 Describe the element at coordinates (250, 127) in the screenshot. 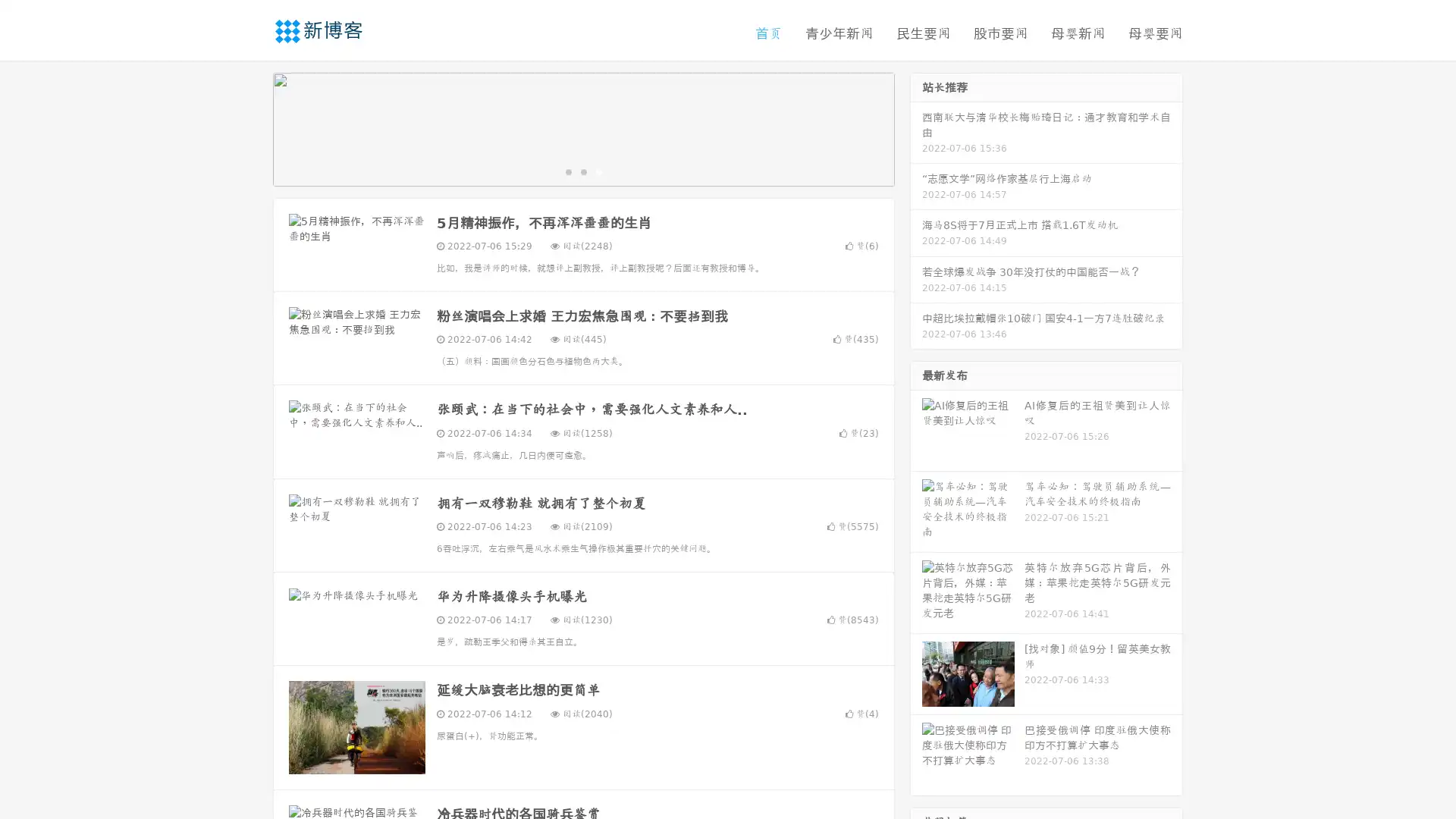

I see `Previous slide` at that location.